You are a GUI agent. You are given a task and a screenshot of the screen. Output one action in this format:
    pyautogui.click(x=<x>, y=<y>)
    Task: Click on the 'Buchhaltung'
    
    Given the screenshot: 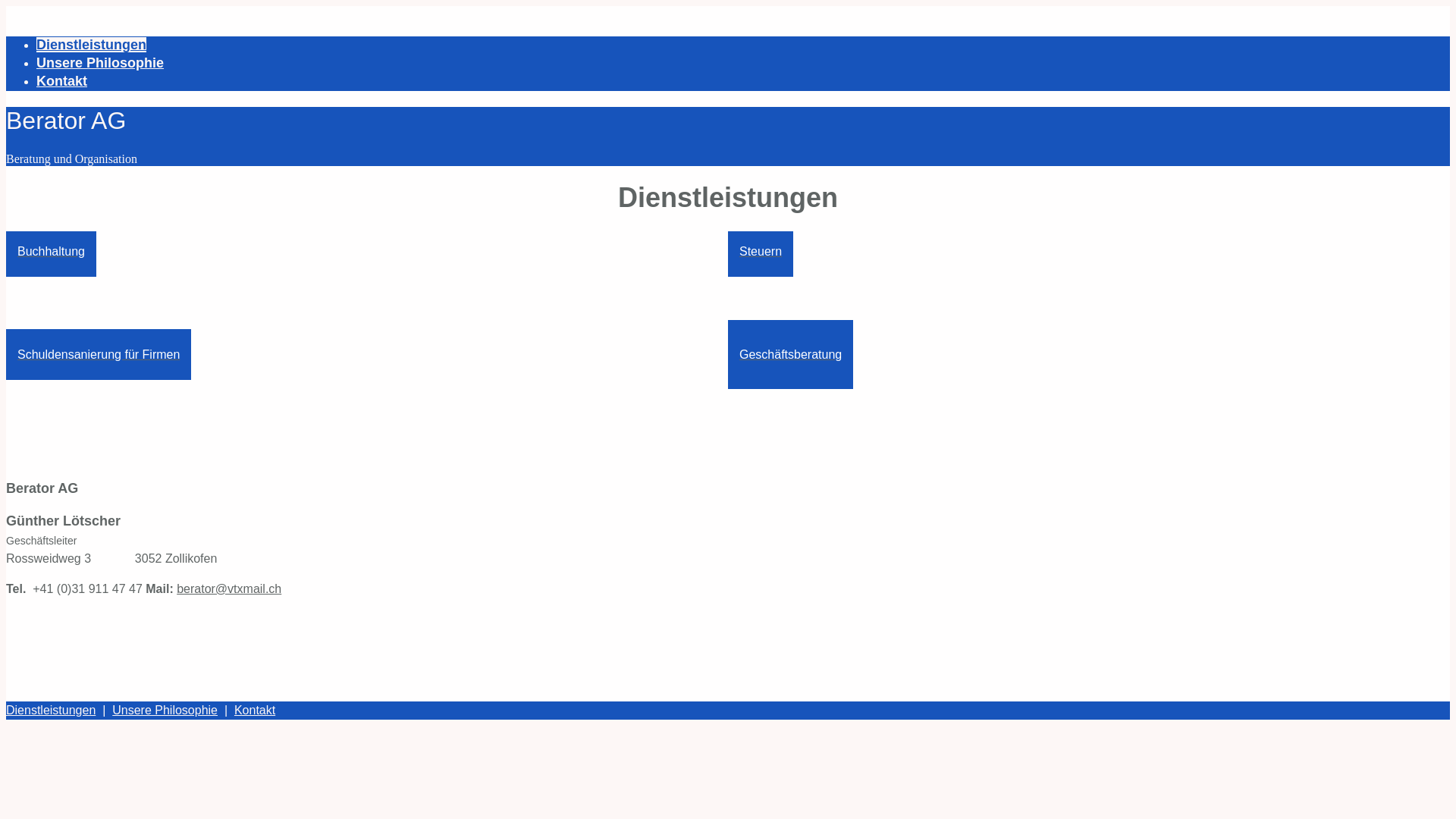 What is the action you would take?
    pyautogui.click(x=6, y=250)
    